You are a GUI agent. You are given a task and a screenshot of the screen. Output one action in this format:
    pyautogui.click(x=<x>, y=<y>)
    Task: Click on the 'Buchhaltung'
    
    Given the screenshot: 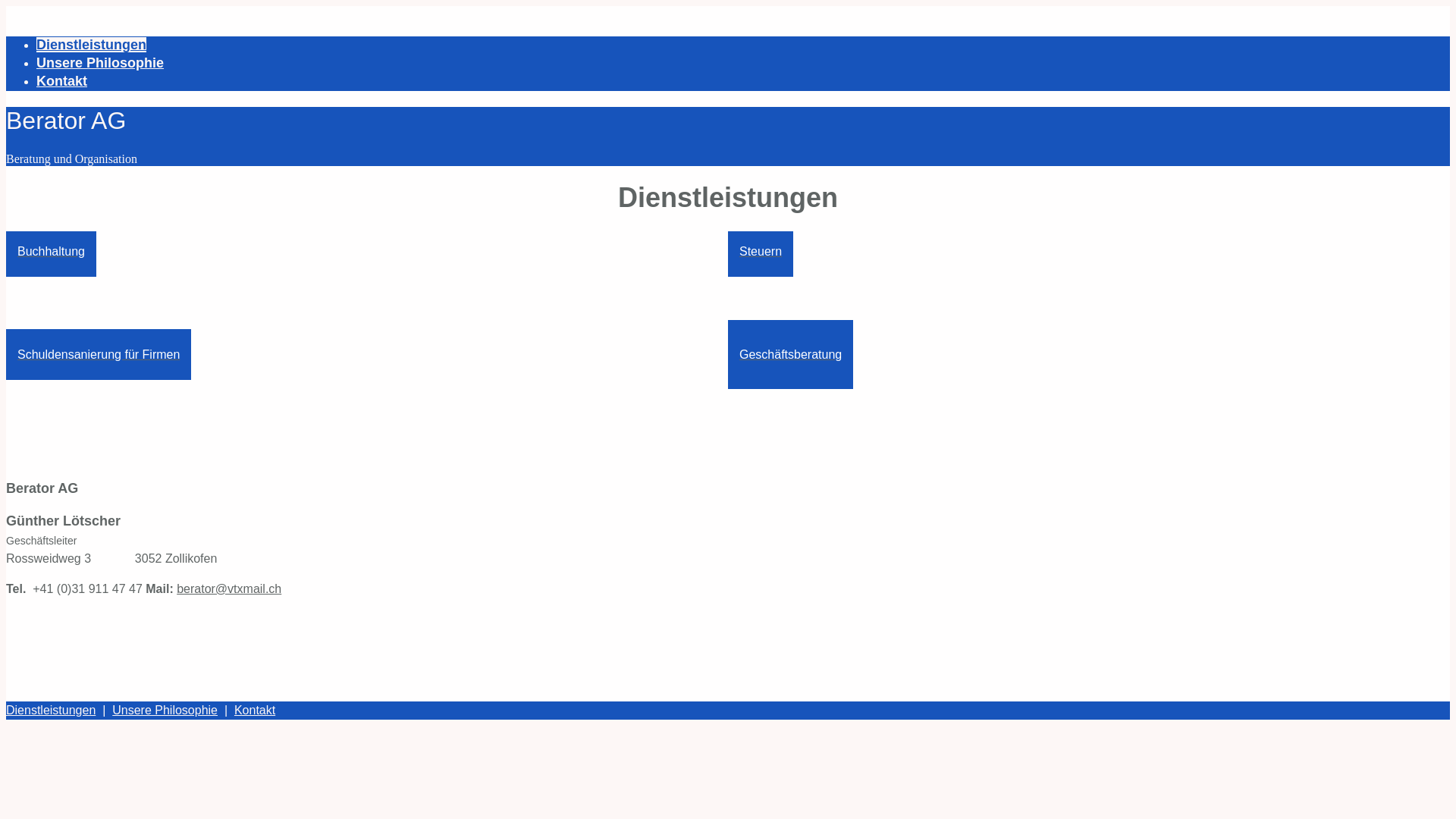 What is the action you would take?
    pyautogui.click(x=6, y=250)
    